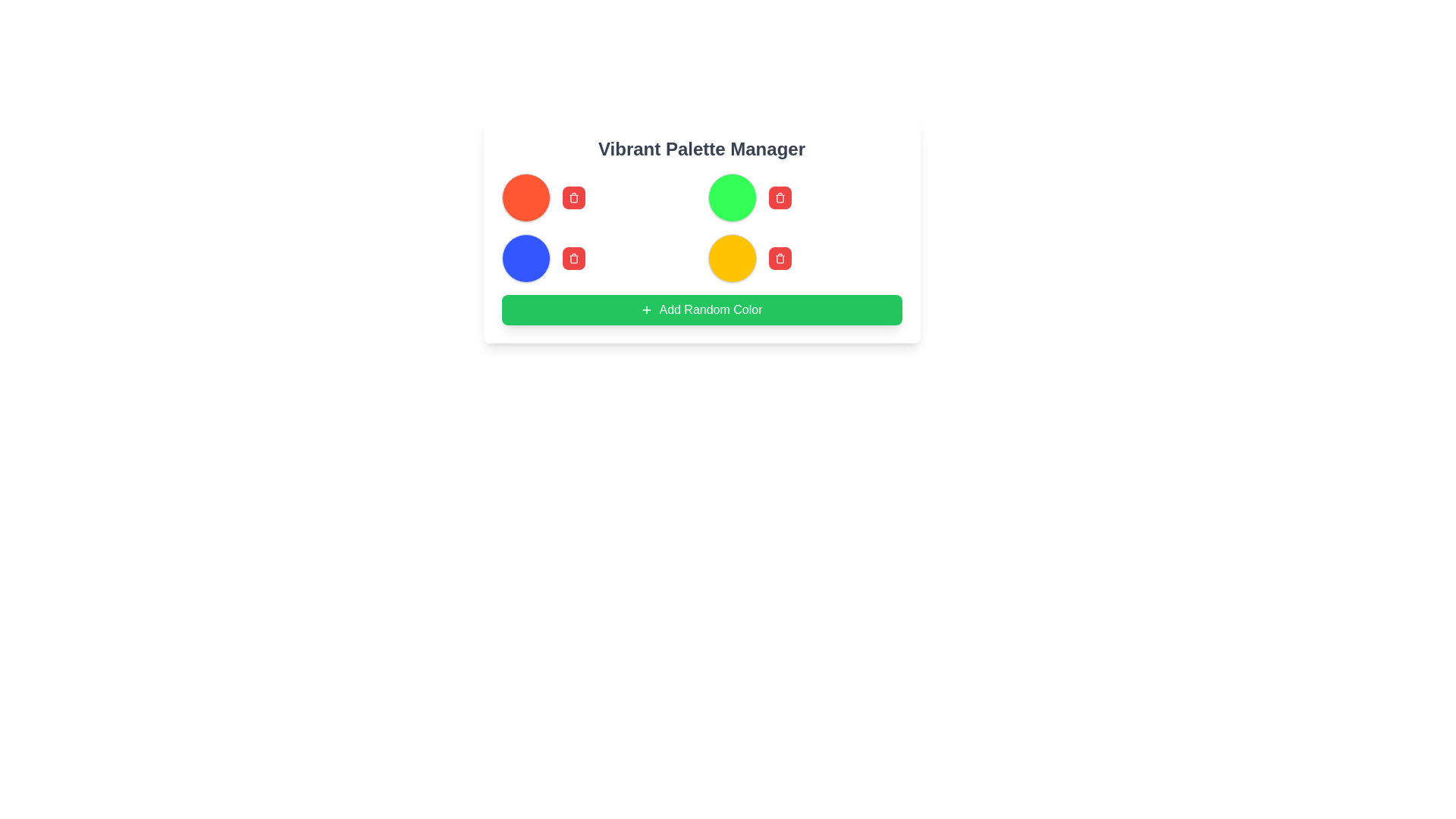  What do you see at coordinates (804, 197) in the screenshot?
I see `the red button with a white trashcan icon located in the third item of the grid under 'Vibrant Palette Manager'` at bounding box center [804, 197].